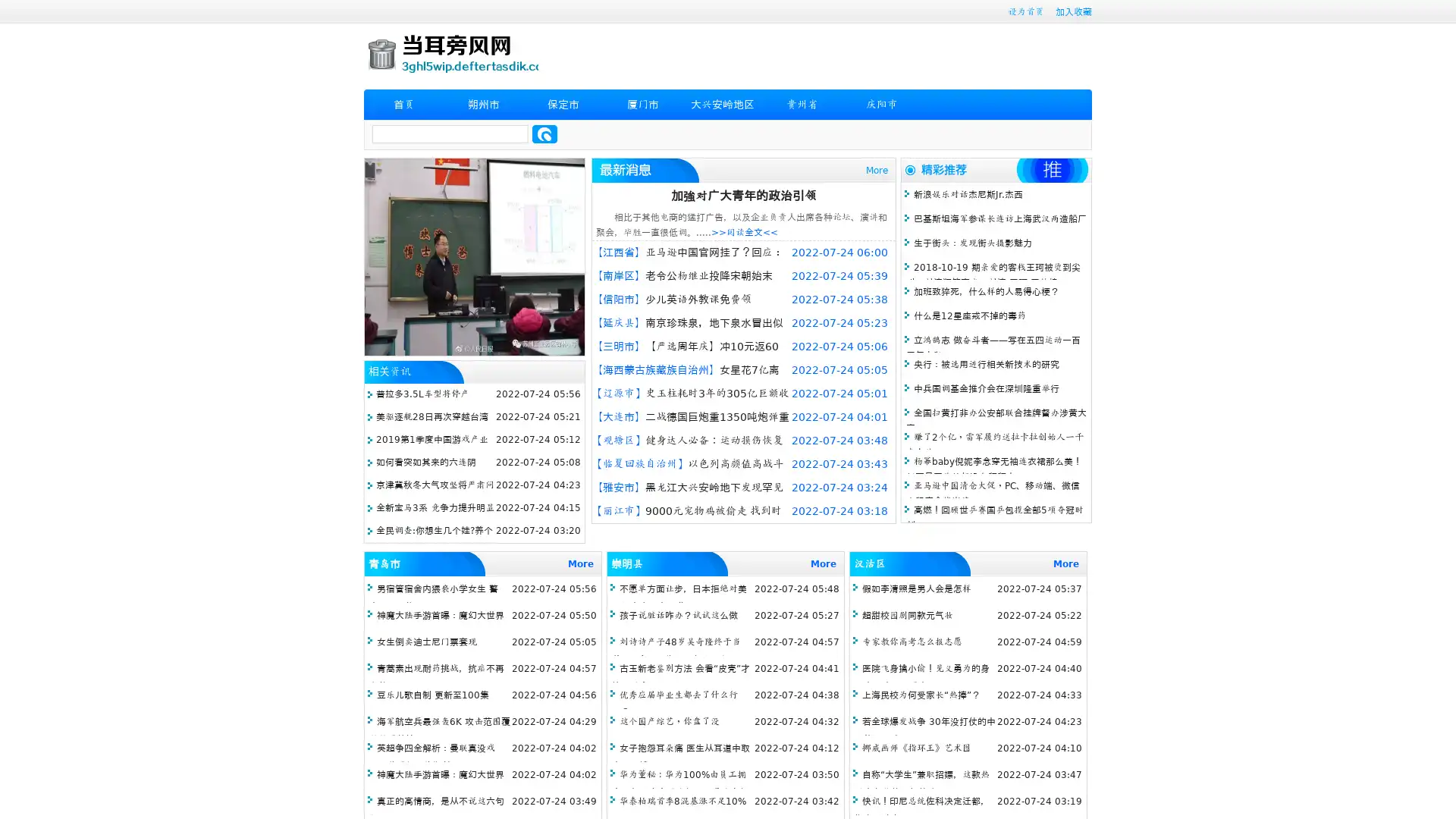 The height and width of the screenshot is (819, 1456). I want to click on Search, so click(544, 133).